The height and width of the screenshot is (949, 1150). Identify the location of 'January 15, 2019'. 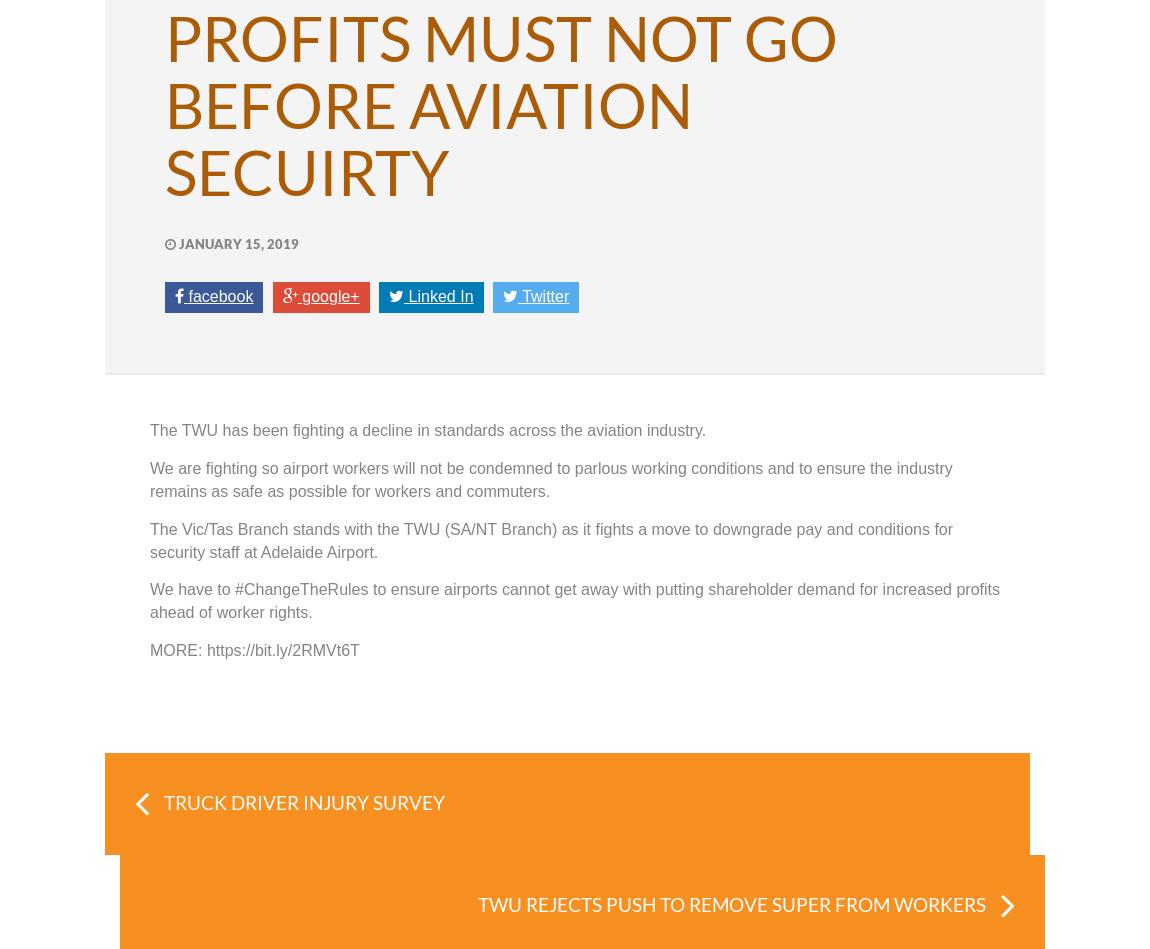
(236, 242).